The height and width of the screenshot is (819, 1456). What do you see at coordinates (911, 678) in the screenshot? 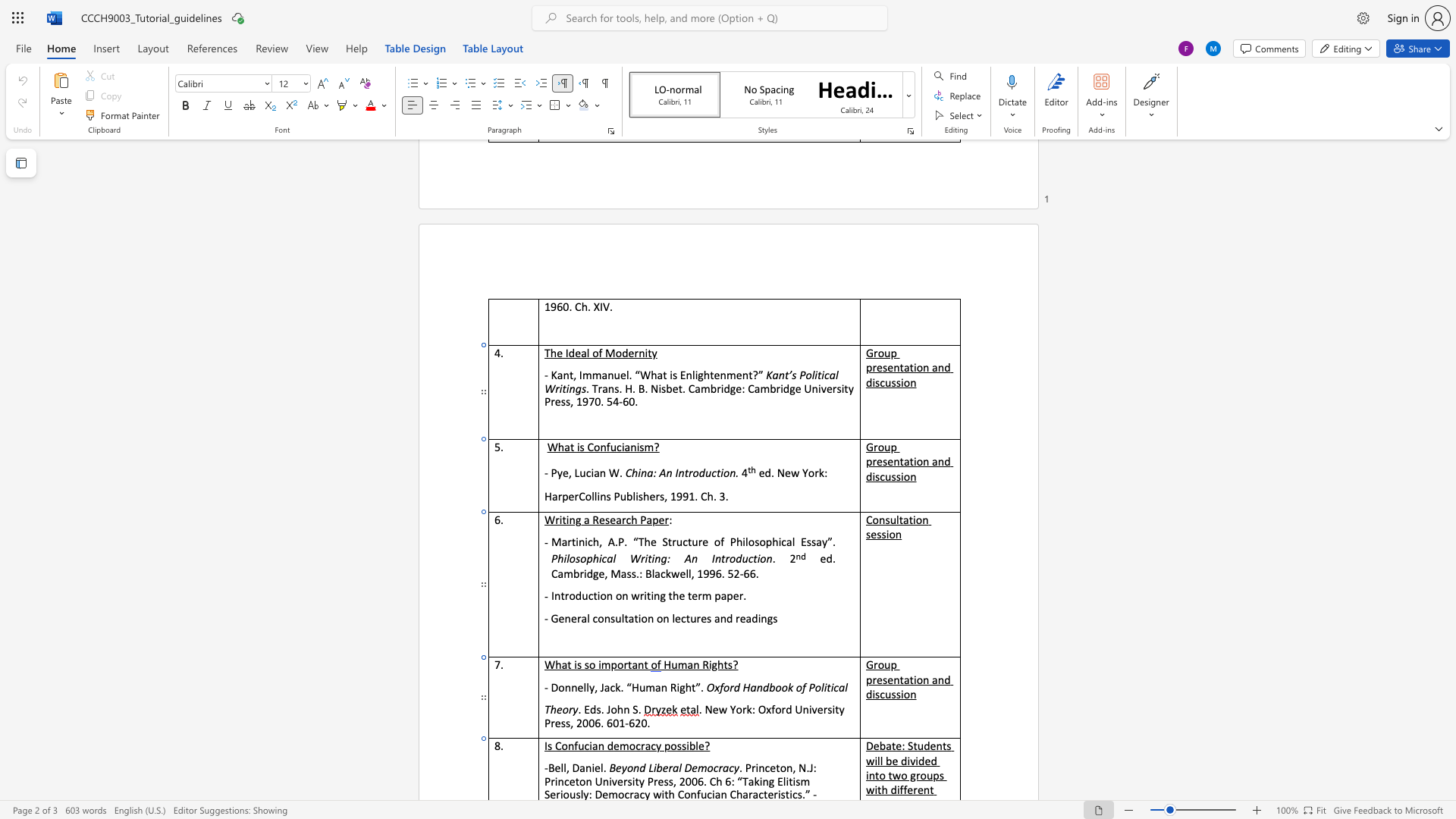
I see `the 2th character "t" in the text` at bounding box center [911, 678].